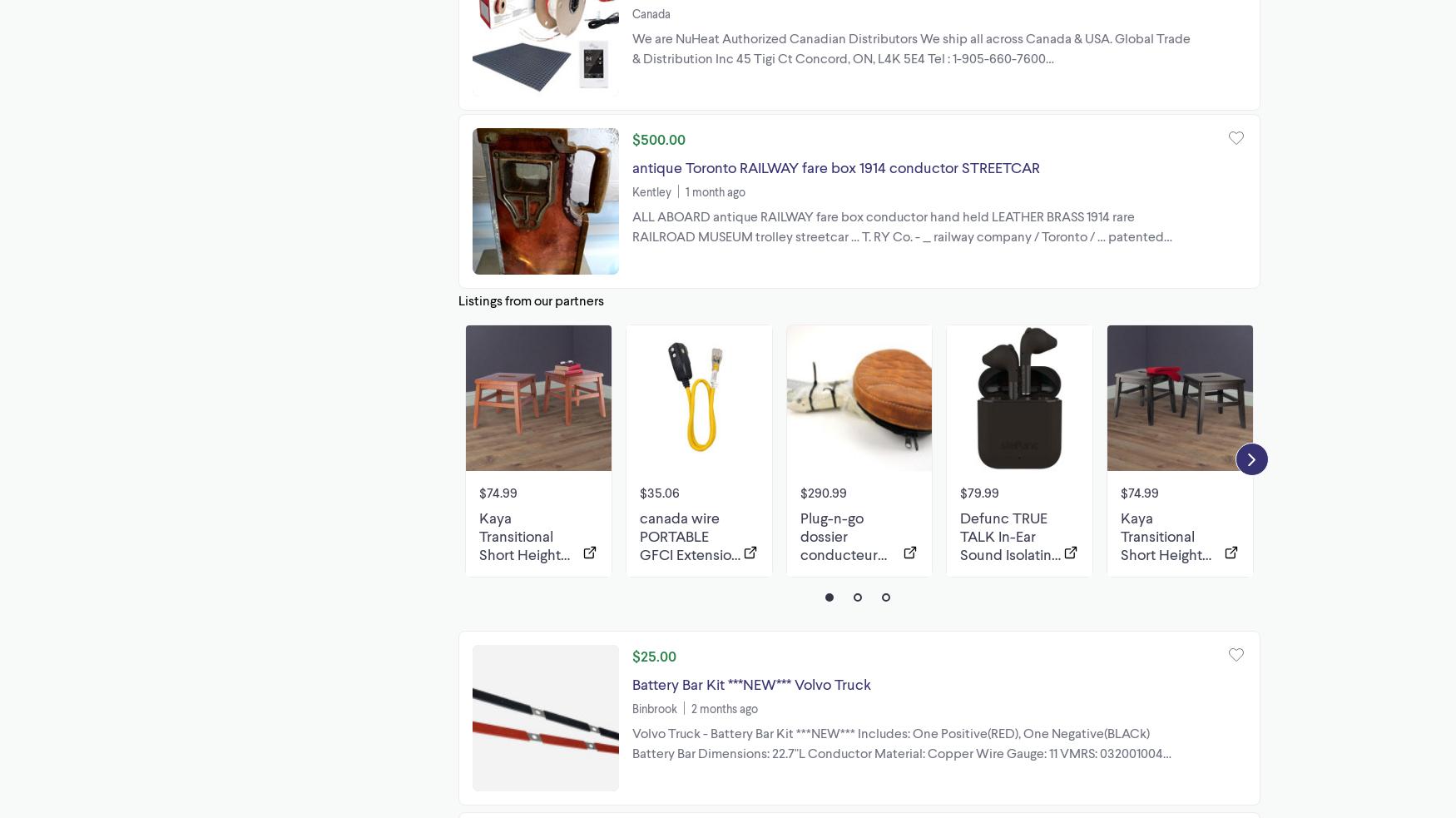  Describe the element at coordinates (631, 12) in the screenshot. I see `'Canada'` at that location.